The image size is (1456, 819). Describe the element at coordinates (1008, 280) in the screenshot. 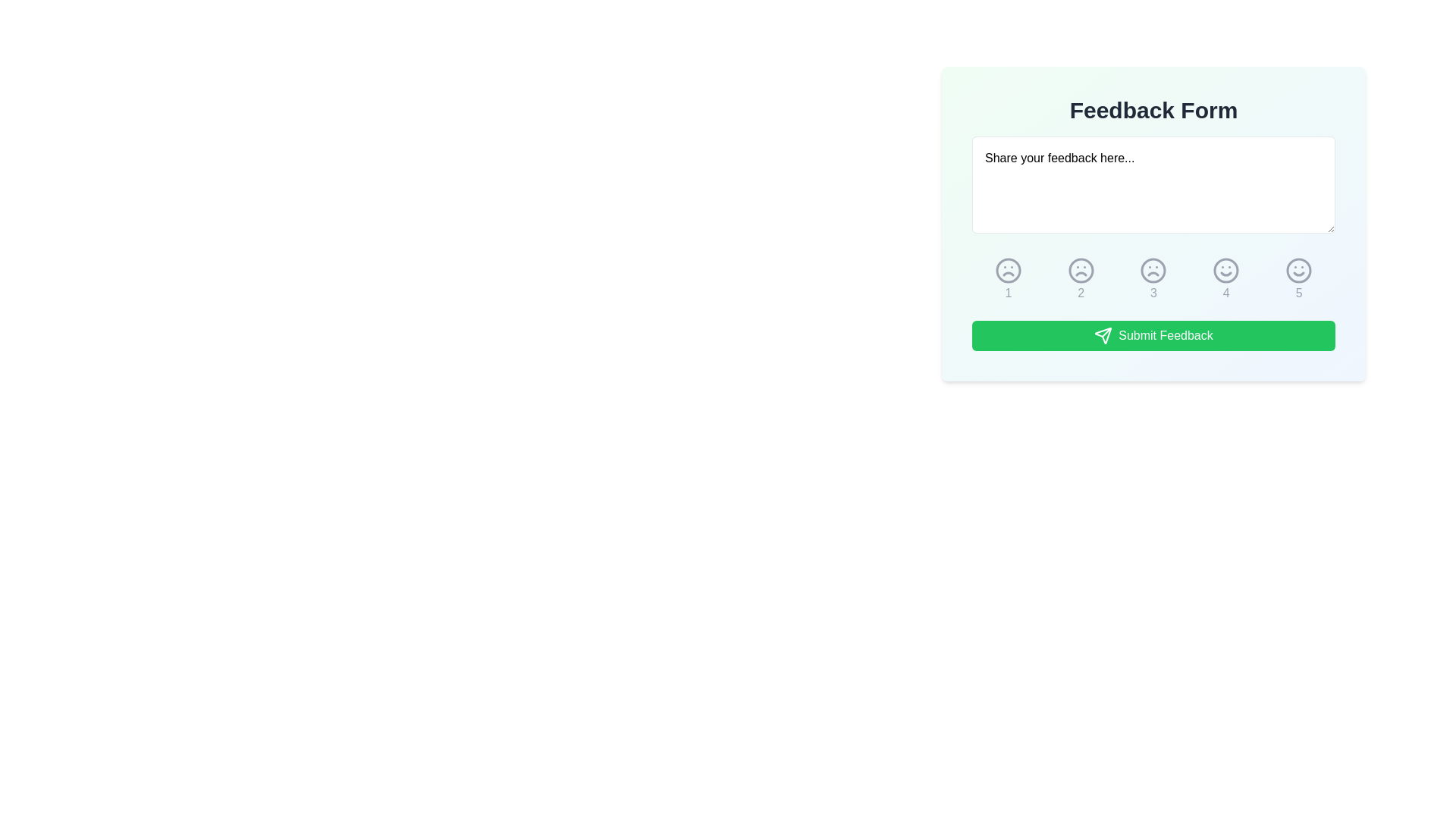

I see `the frowning face rating button, which is the first in a row of circular icons representing ratings` at that location.